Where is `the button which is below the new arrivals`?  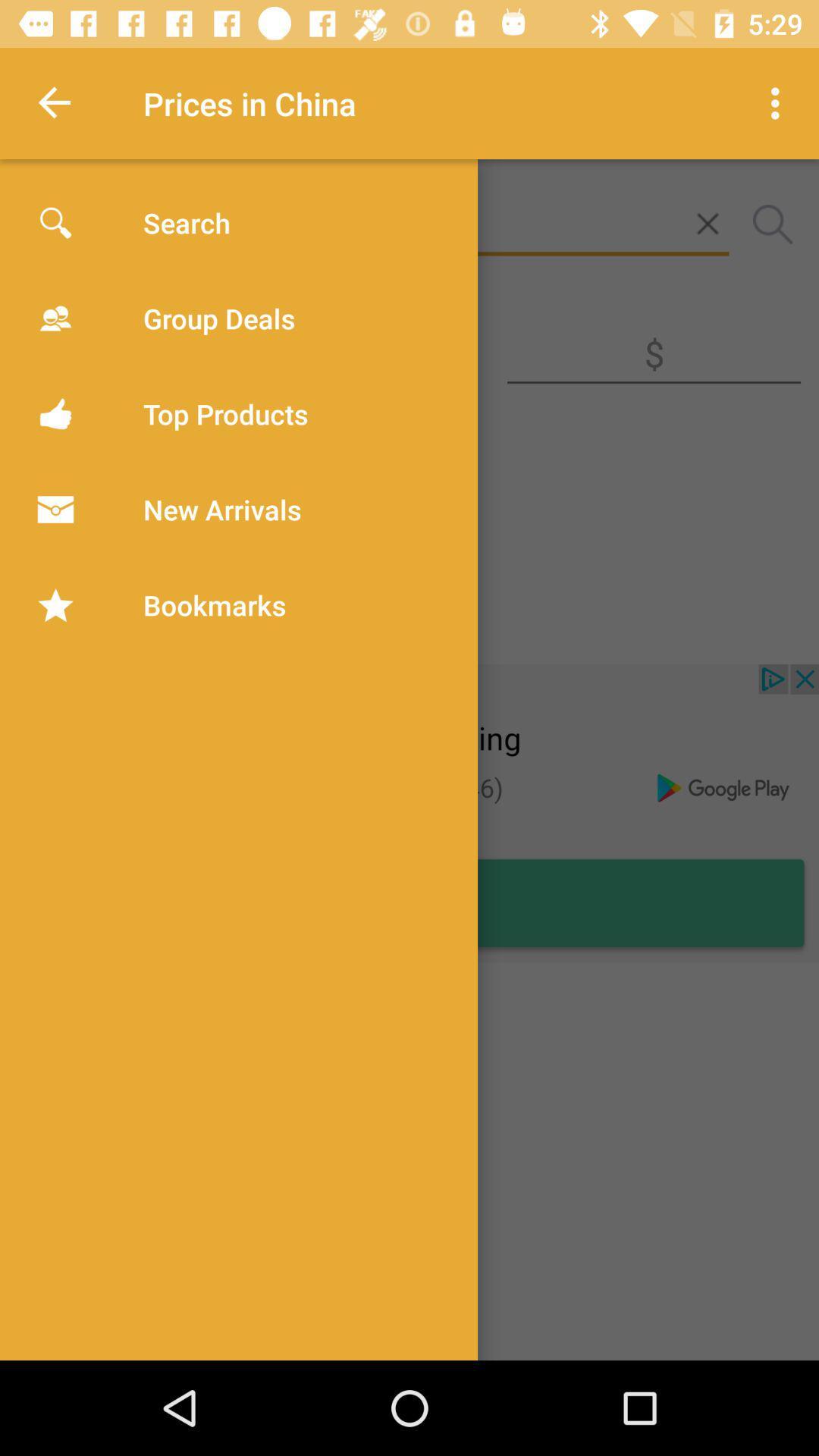
the button which is below the new arrivals is located at coordinates (137, 622).